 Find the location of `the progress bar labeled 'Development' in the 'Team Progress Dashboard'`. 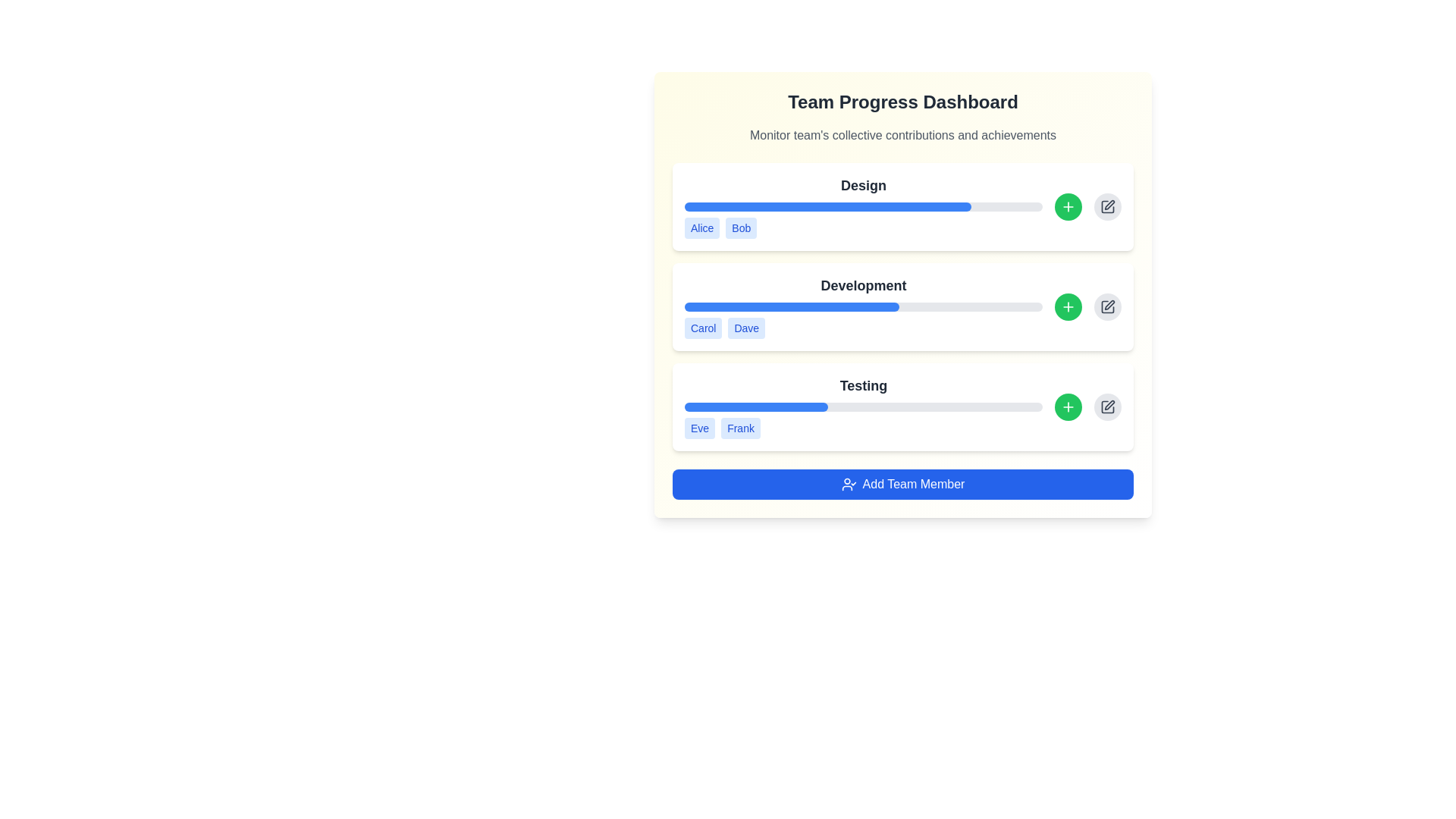

the progress bar labeled 'Development' in the 'Team Progress Dashboard' is located at coordinates (902, 307).